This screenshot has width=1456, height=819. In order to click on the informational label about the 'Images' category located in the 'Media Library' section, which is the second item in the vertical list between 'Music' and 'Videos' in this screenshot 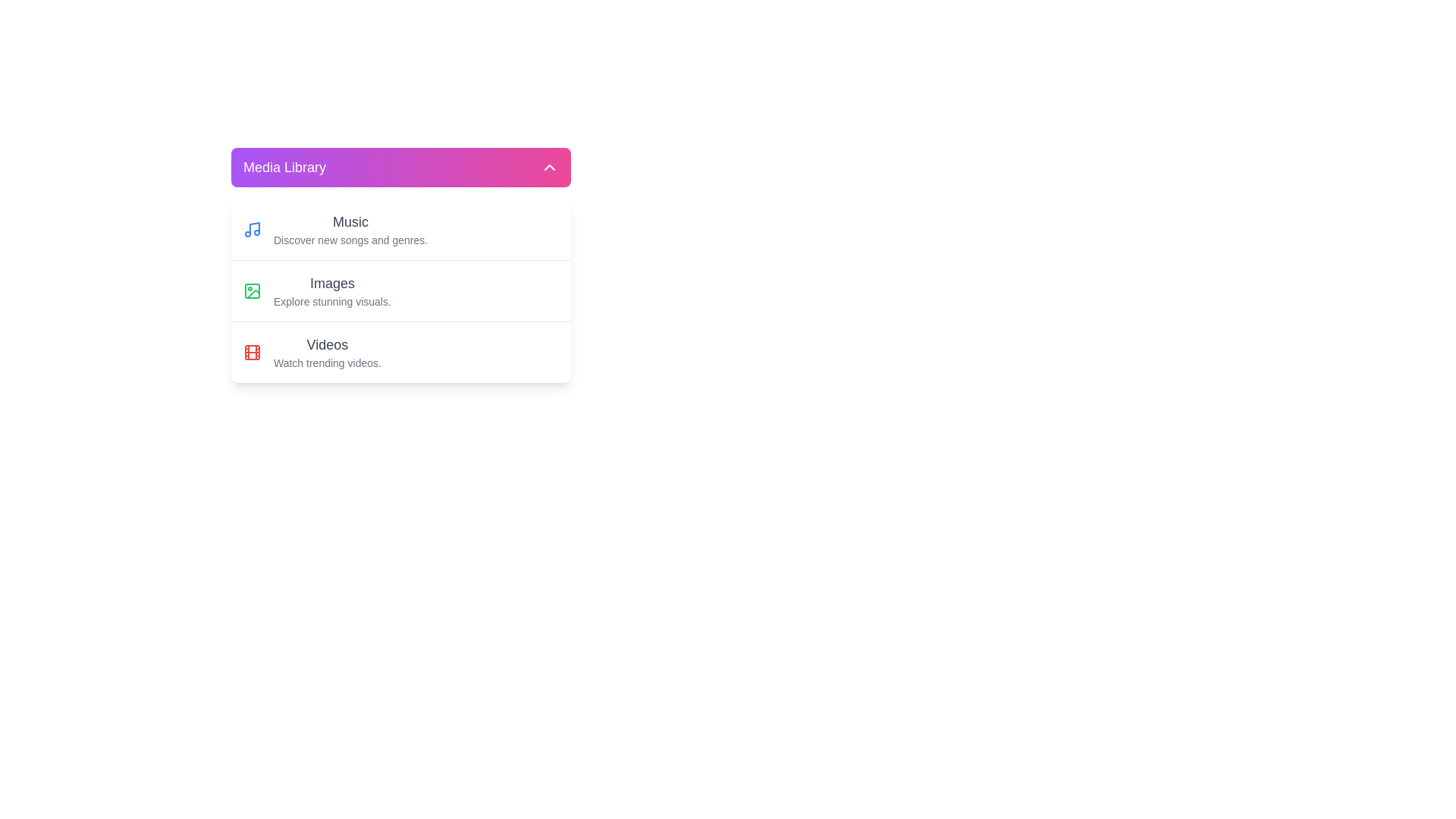, I will do `click(331, 291)`.